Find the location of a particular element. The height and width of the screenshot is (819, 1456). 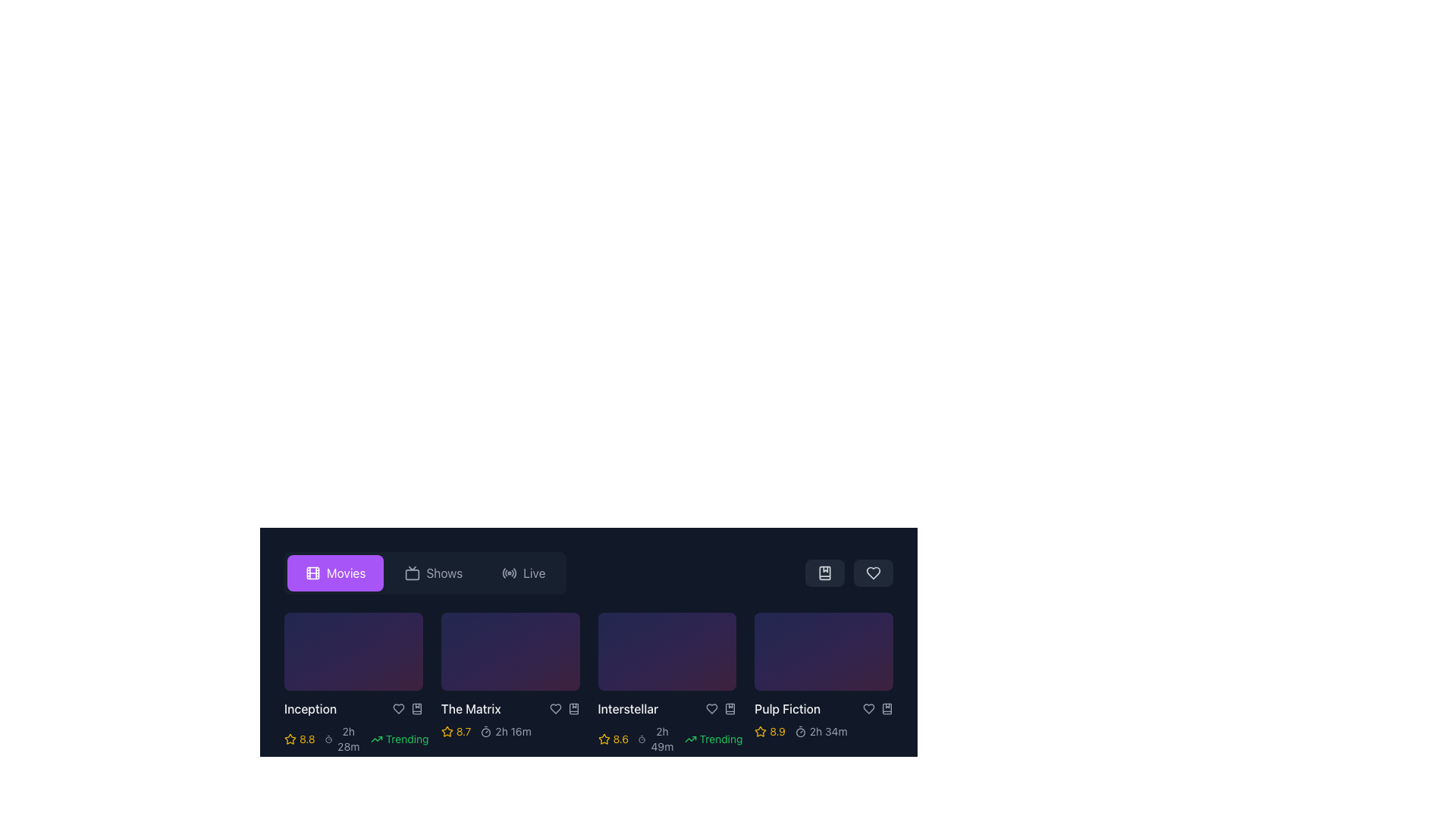

the circular stopwatch icon located next to the text '2h 34m' in the bottom-right corner of the 'Pulp Fiction' movie card is located at coordinates (799, 730).